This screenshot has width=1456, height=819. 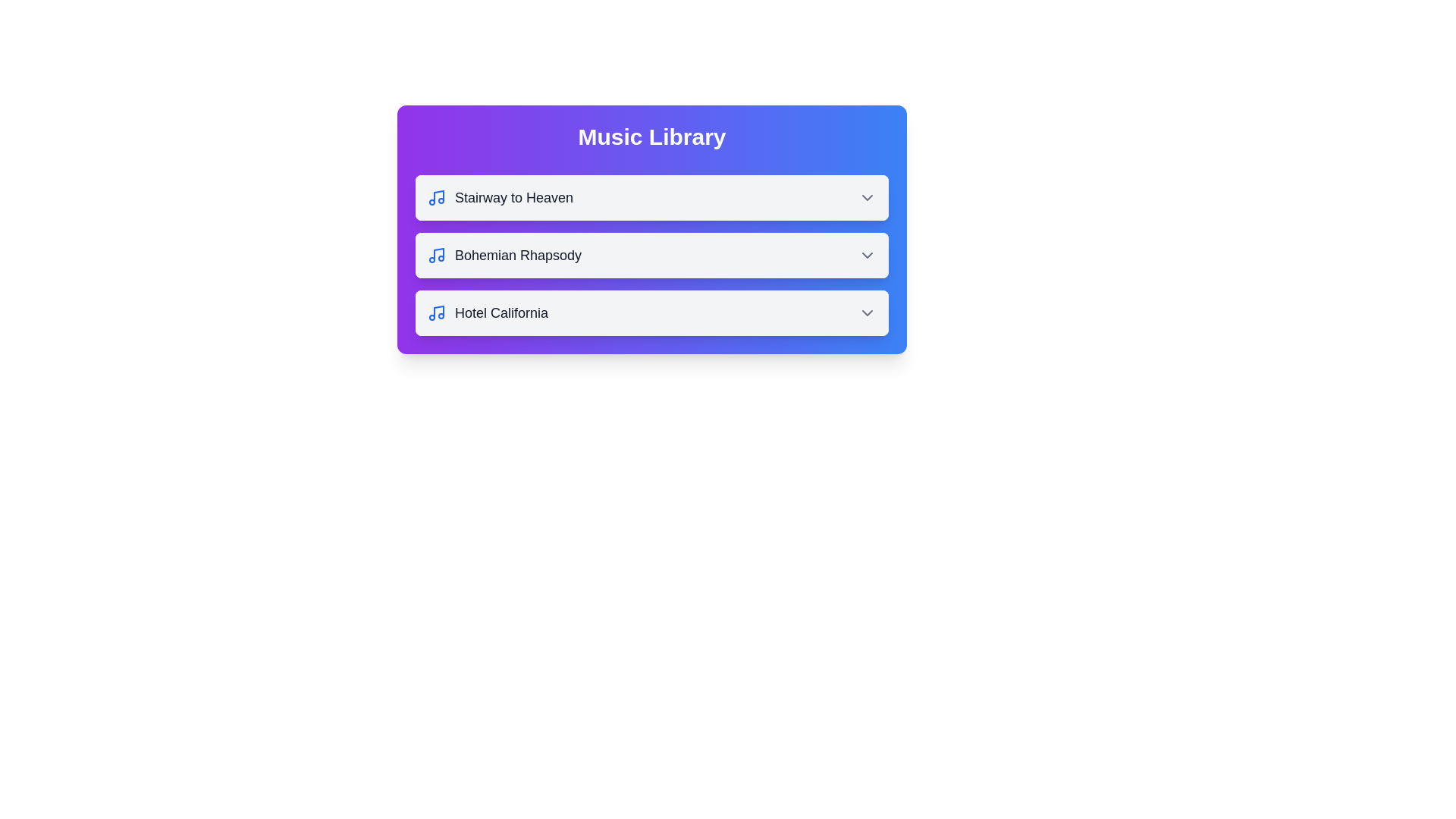 What do you see at coordinates (513, 197) in the screenshot?
I see `the text label displaying 'Stairway to Heaven', styled with a medium-sized gray font, located in the 'Music Library' section next to a blue musical note icon` at bounding box center [513, 197].